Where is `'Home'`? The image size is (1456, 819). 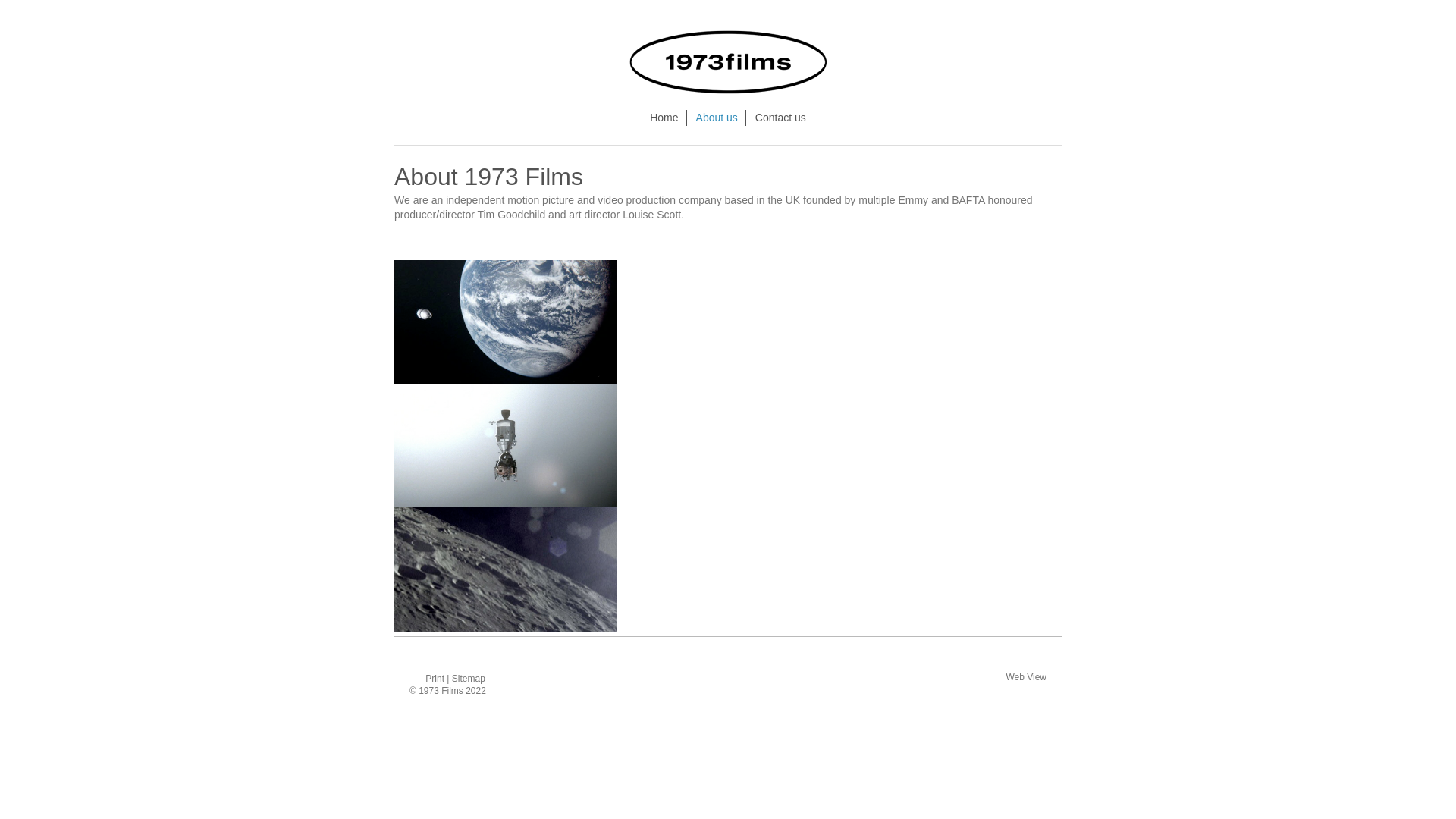
'Home' is located at coordinates (664, 117).